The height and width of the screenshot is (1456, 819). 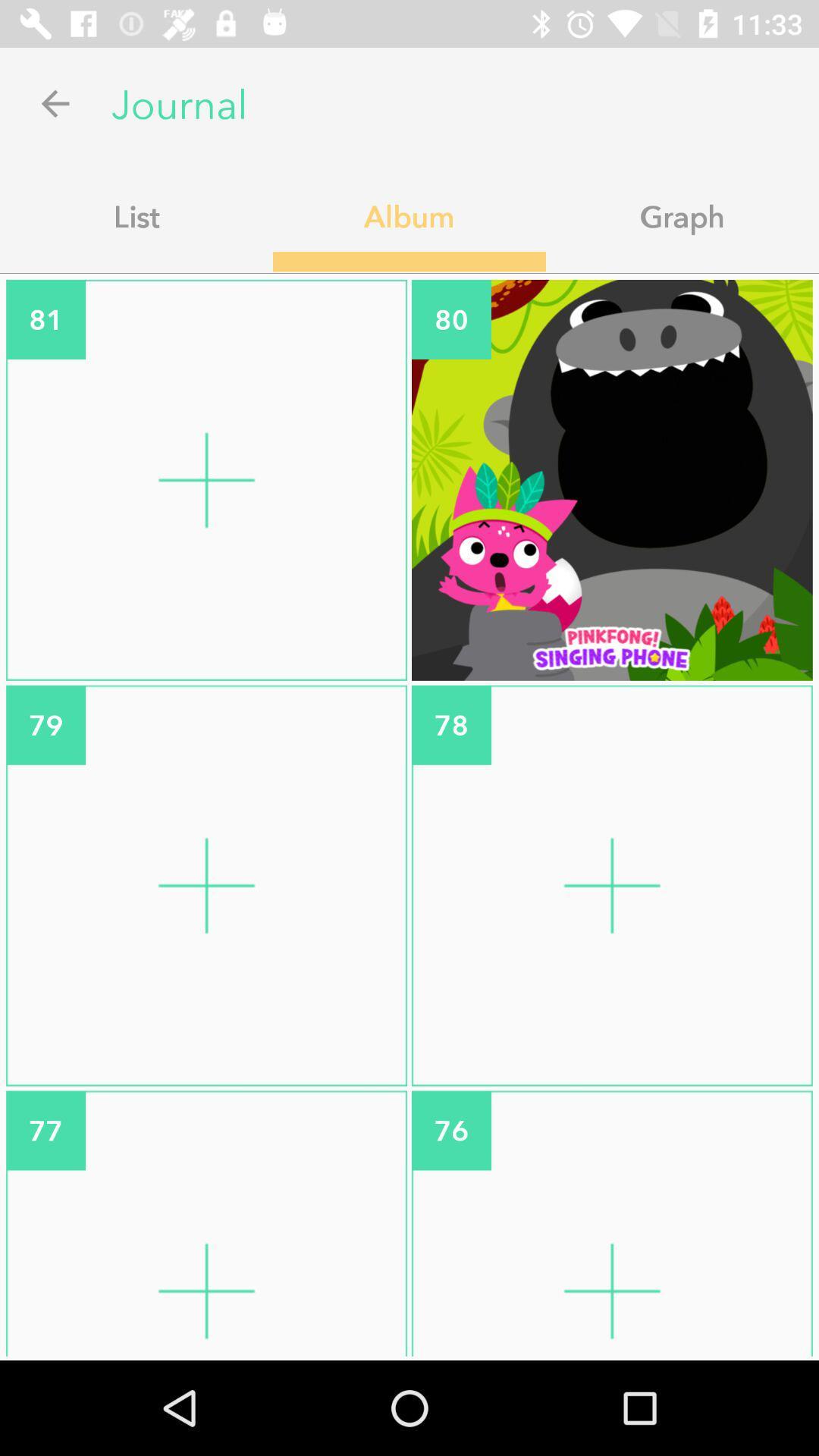 What do you see at coordinates (681, 215) in the screenshot?
I see `app next to album app` at bounding box center [681, 215].